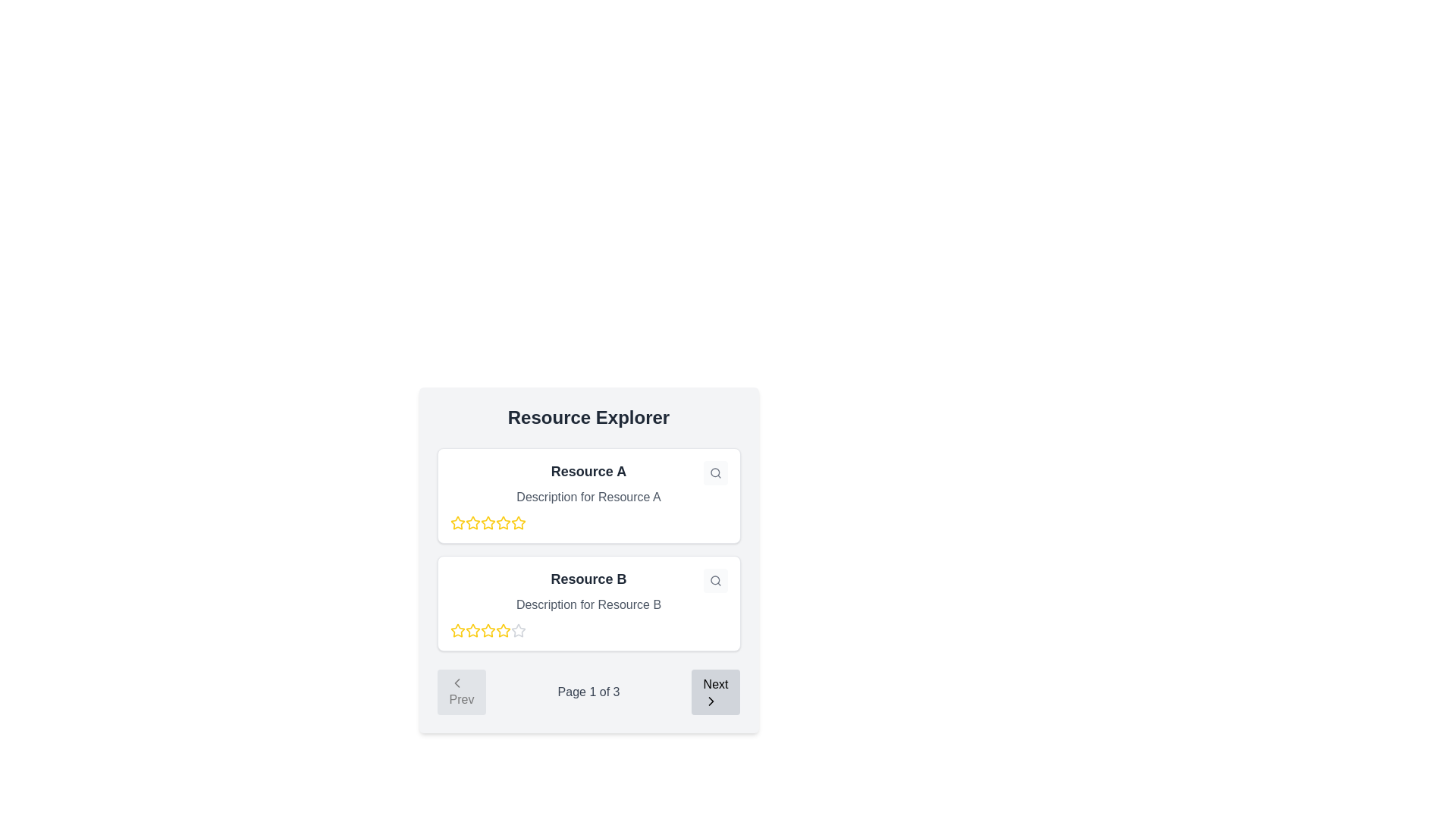  What do you see at coordinates (714, 472) in the screenshot?
I see `the square button with a light gray background and a magnifying glass icon located at the top-right corner of the card labeled 'Resource A' to potentially reveal a tooltip` at bounding box center [714, 472].